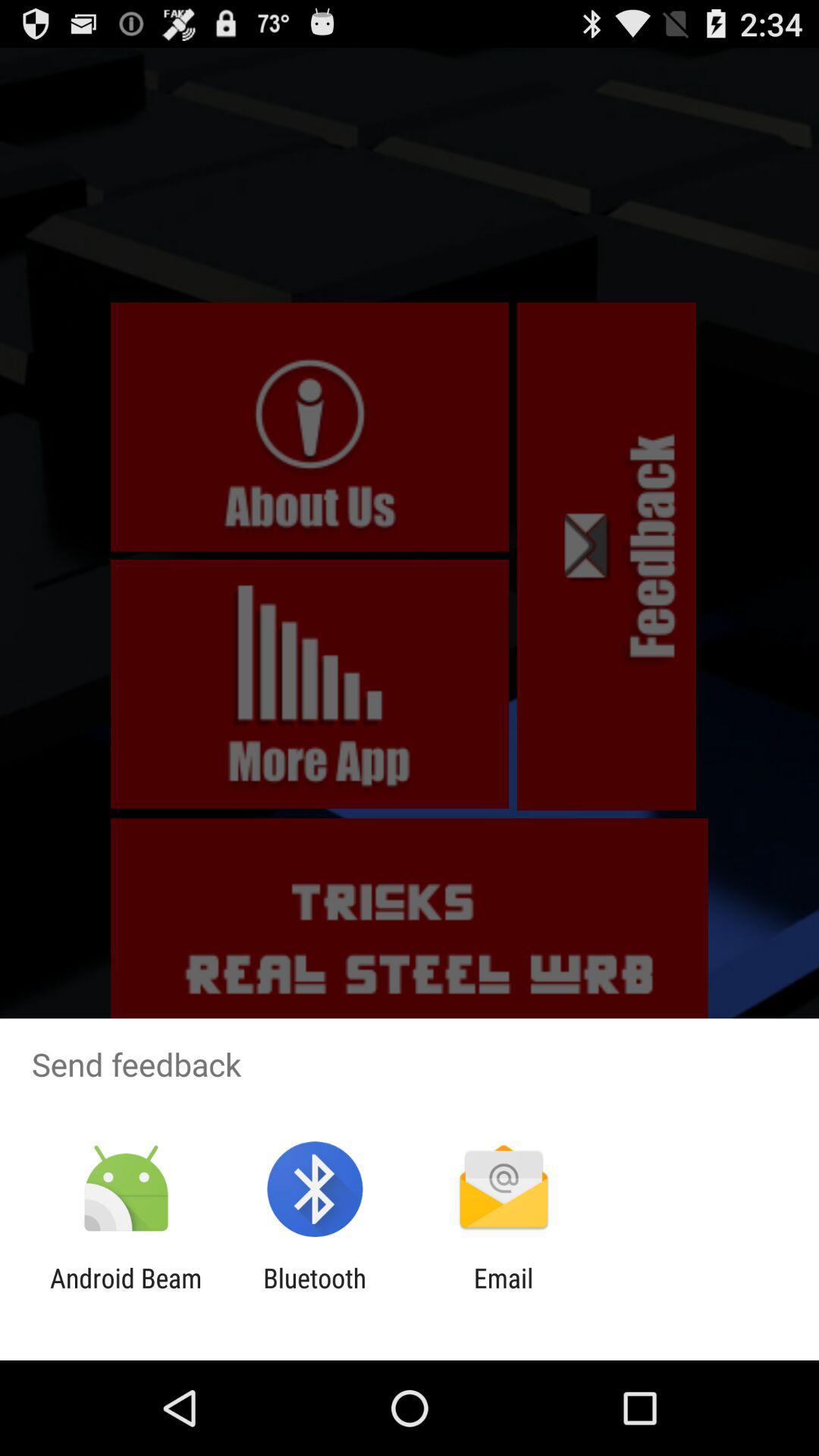 The width and height of the screenshot is (819, 1456). Describe the element at coordinates (314, 1293) in the screenshot. I see `the item to the right of the android beam icon` at that location.